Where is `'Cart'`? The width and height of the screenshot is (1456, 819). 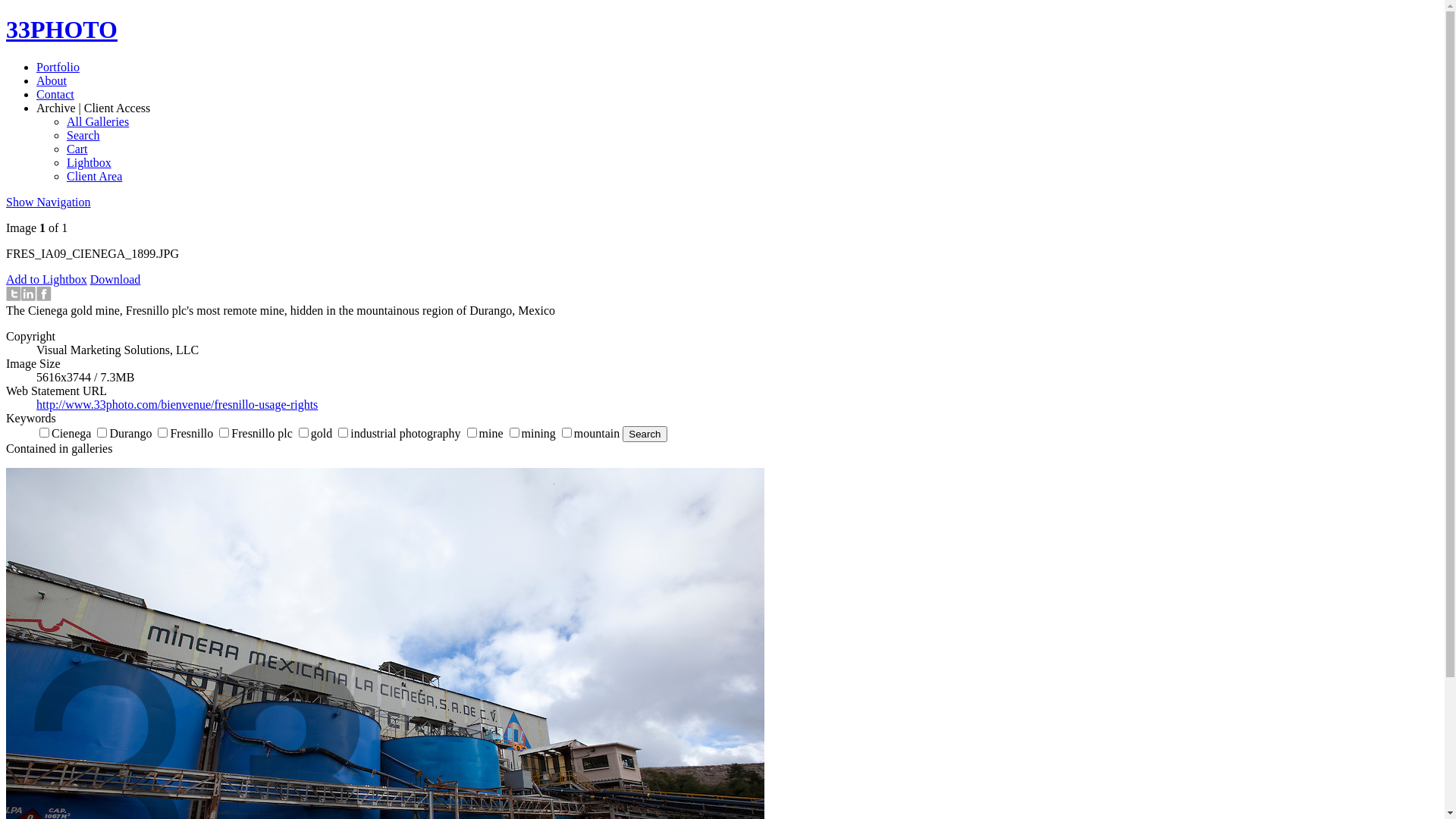 'Cart' is located at coordinates (76, 149).